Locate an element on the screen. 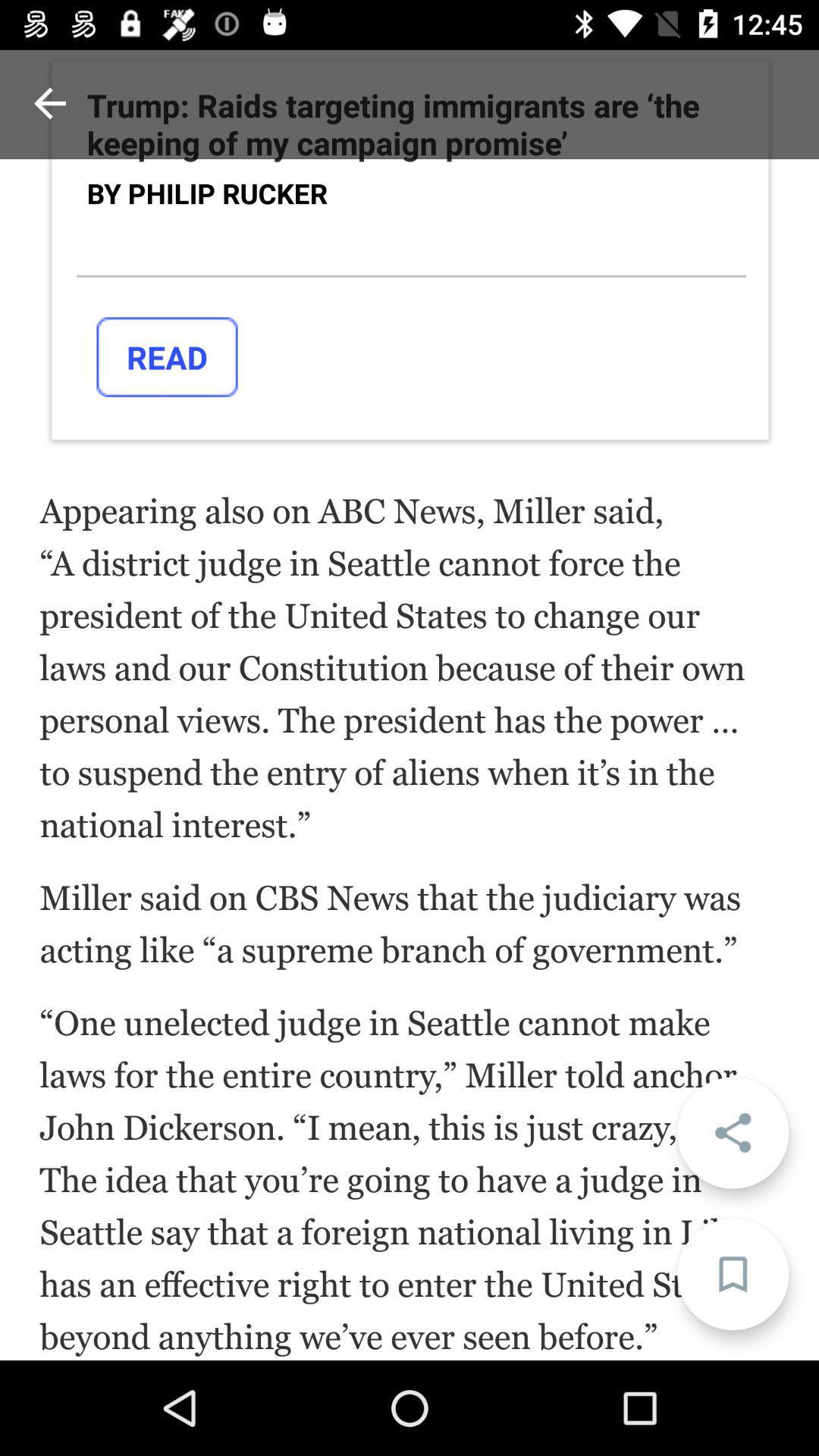 This screenshot has height=1456, width=819. the arrow_backward icon is located at coordinates (49, 102).